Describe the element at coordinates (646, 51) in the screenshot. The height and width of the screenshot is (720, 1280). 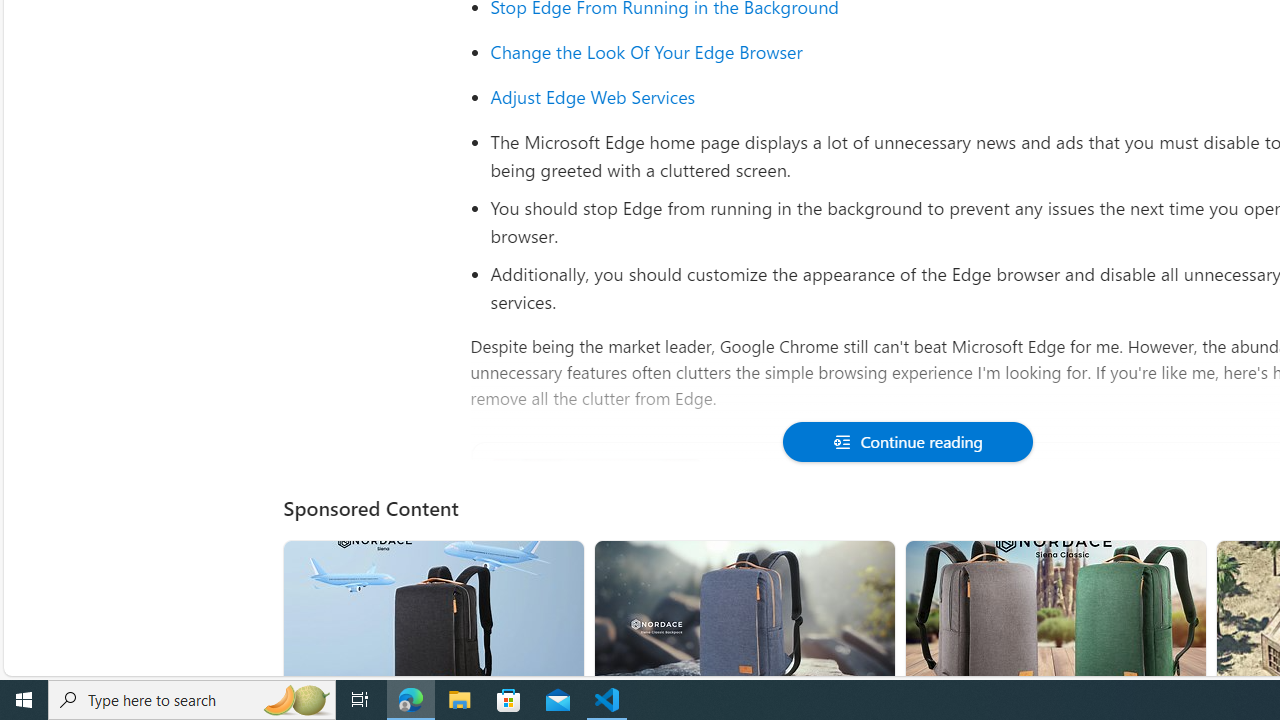
I see `'Change the Look Of Your Edge Browser'` at that location.